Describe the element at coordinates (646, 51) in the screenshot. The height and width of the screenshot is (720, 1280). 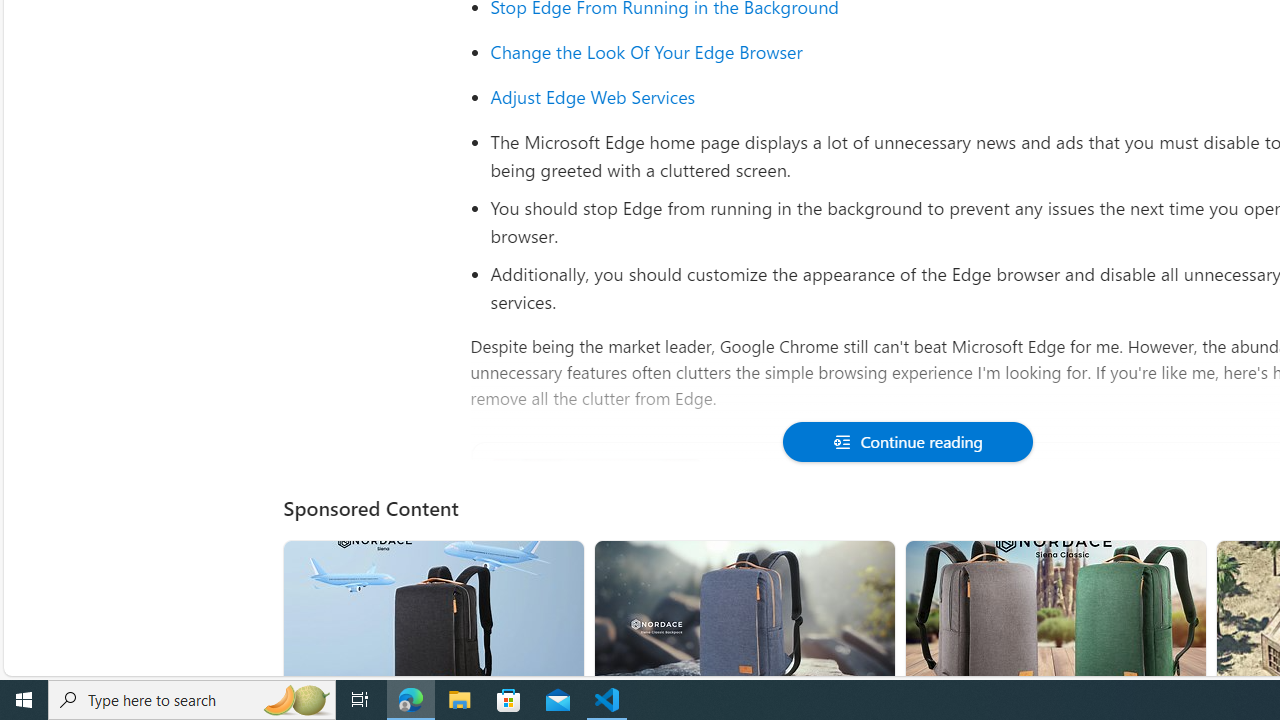
I see `'Change the Look Of Your Edge Browser'` at that location.